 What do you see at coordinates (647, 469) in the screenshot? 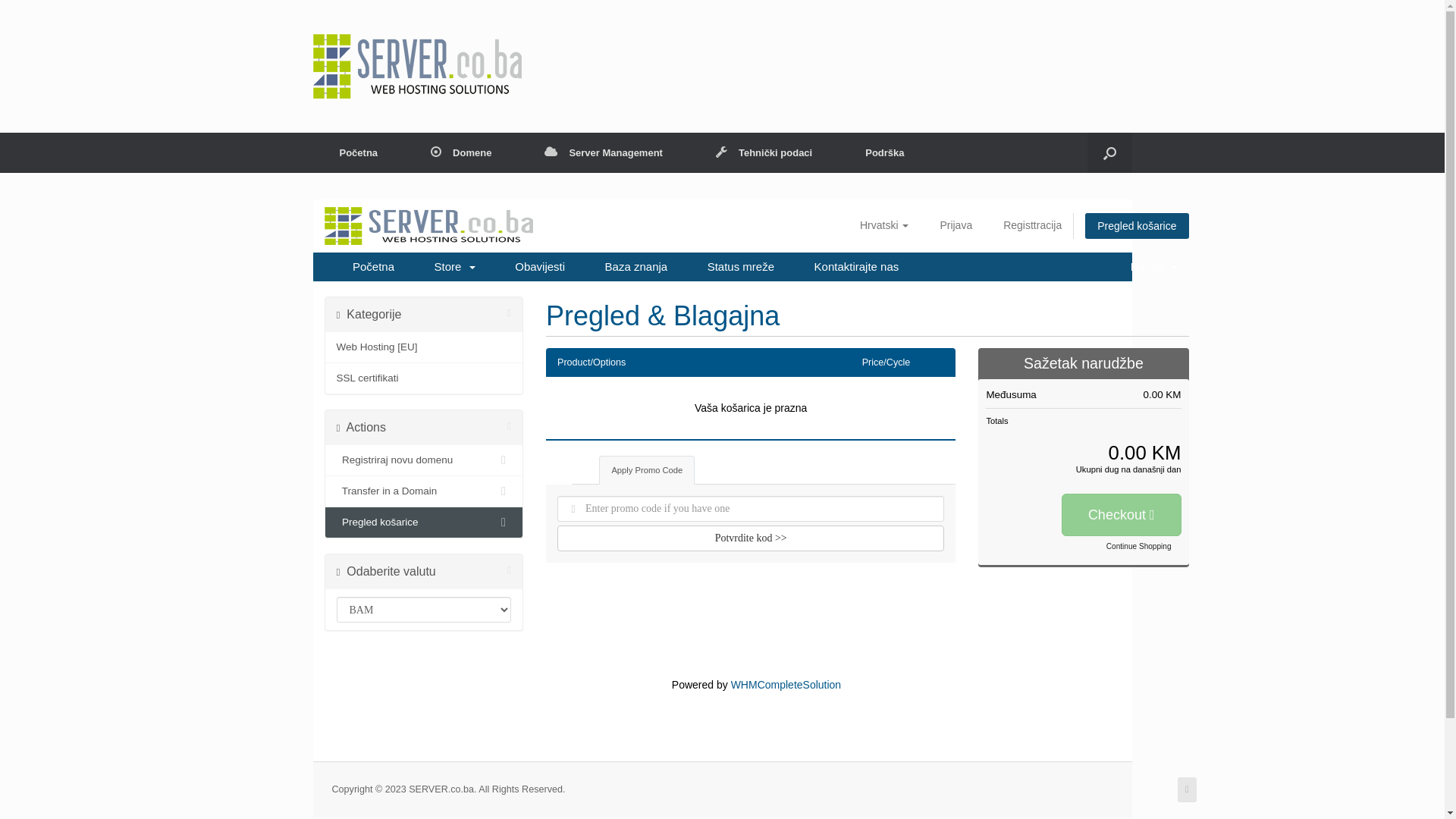
I see `'Apply Promo Code'` at bounding box center [647, 469].